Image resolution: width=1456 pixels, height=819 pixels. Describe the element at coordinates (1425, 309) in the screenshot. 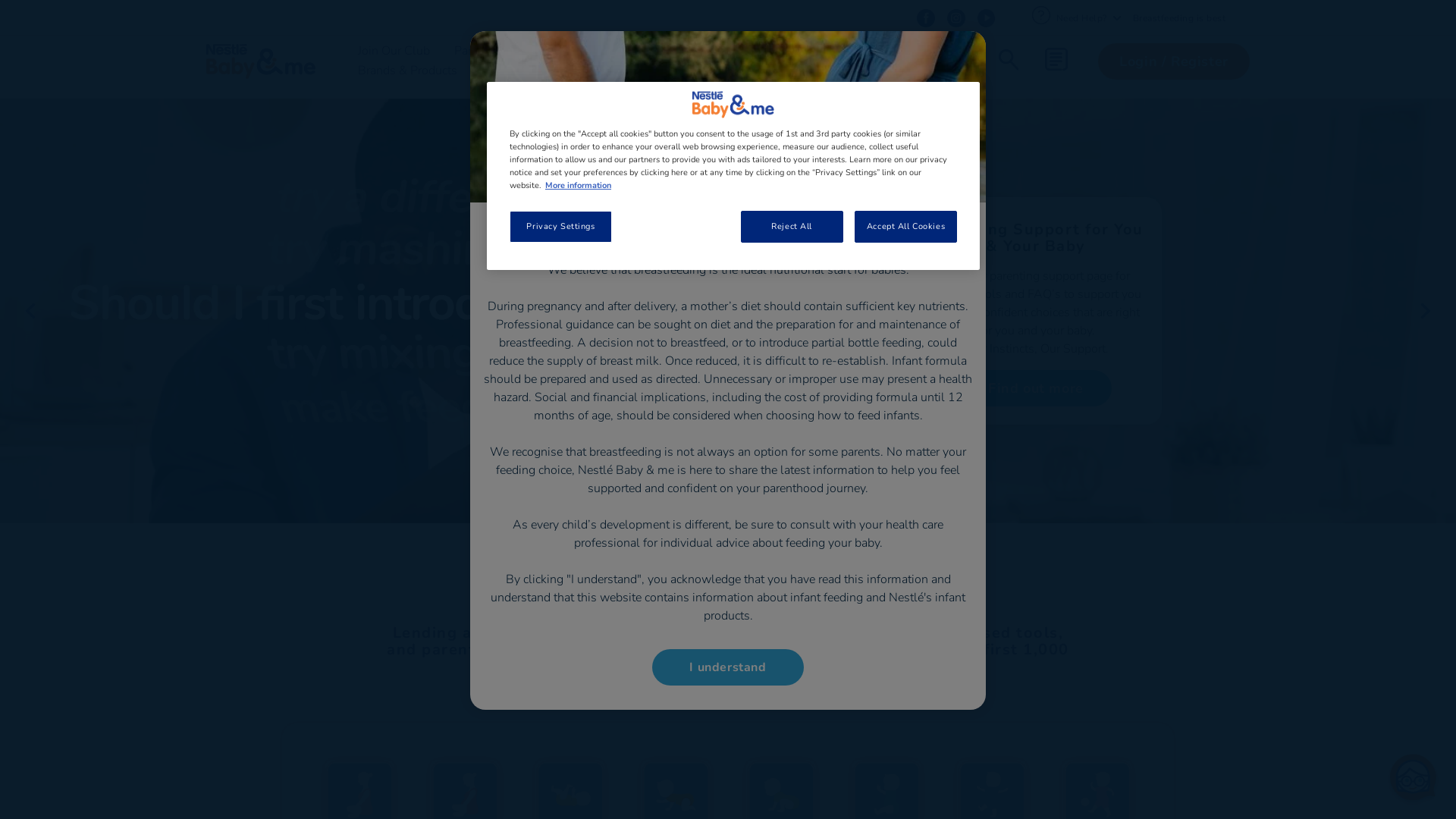

I see `'Next'` at that location.